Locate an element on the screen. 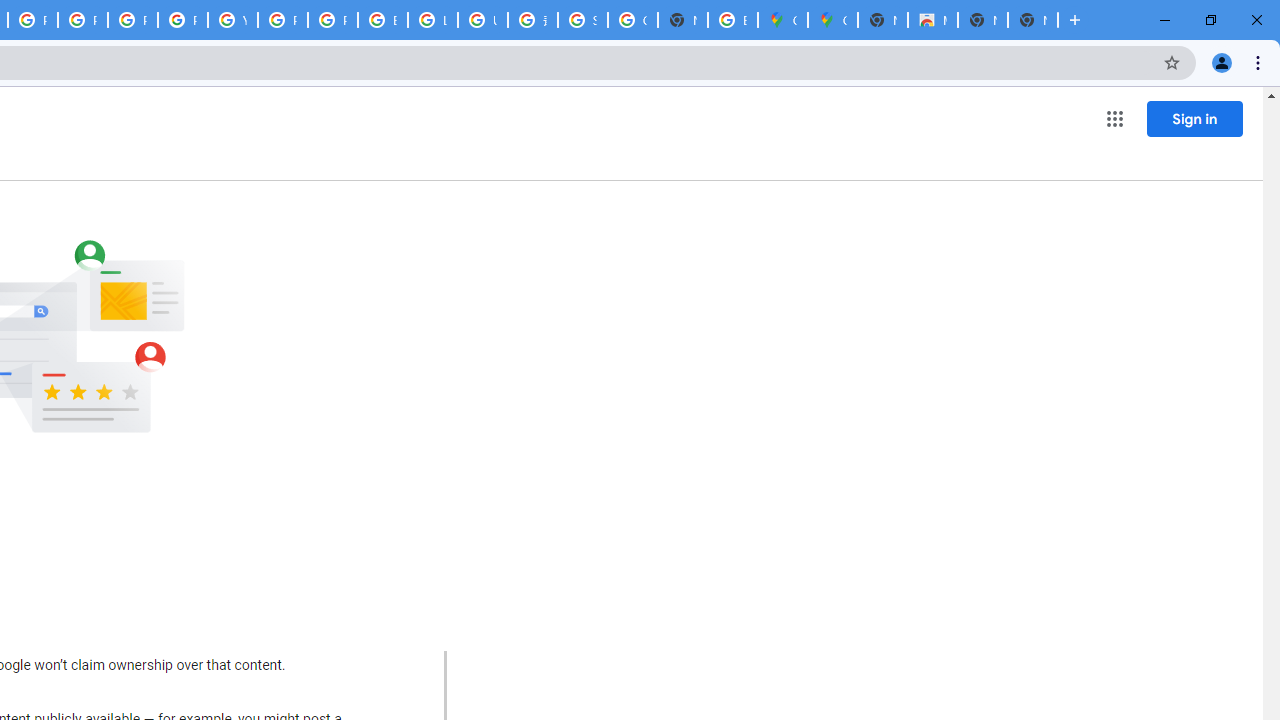 The image size is (1280, 720). 'Google Maps' is located at coordinates (781, 20).